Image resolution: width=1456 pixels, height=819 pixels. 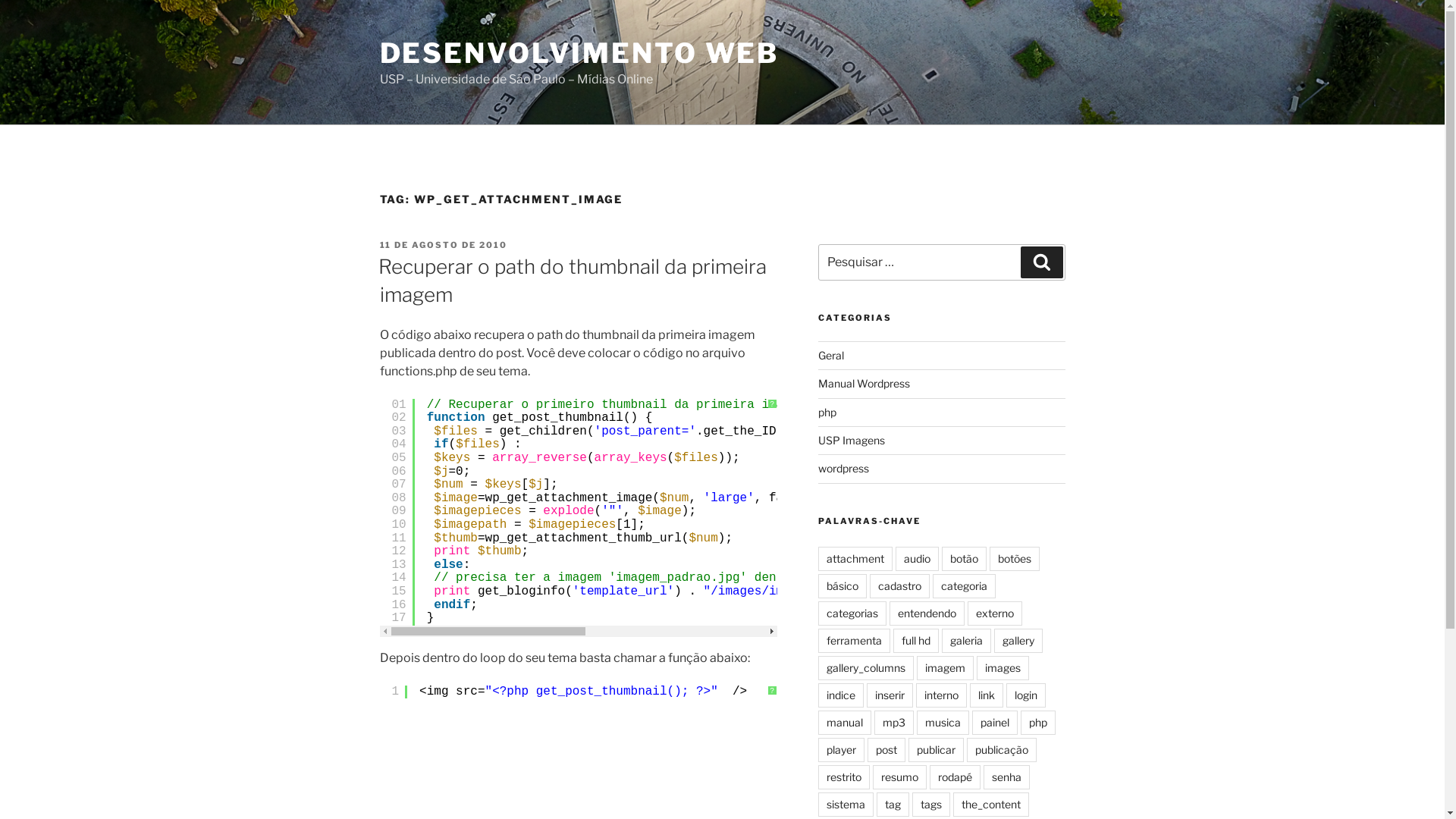 What do you see at coordinates (845, 803) in the screenshot?
I see `'sistema'` at bounding box center [845, 803].